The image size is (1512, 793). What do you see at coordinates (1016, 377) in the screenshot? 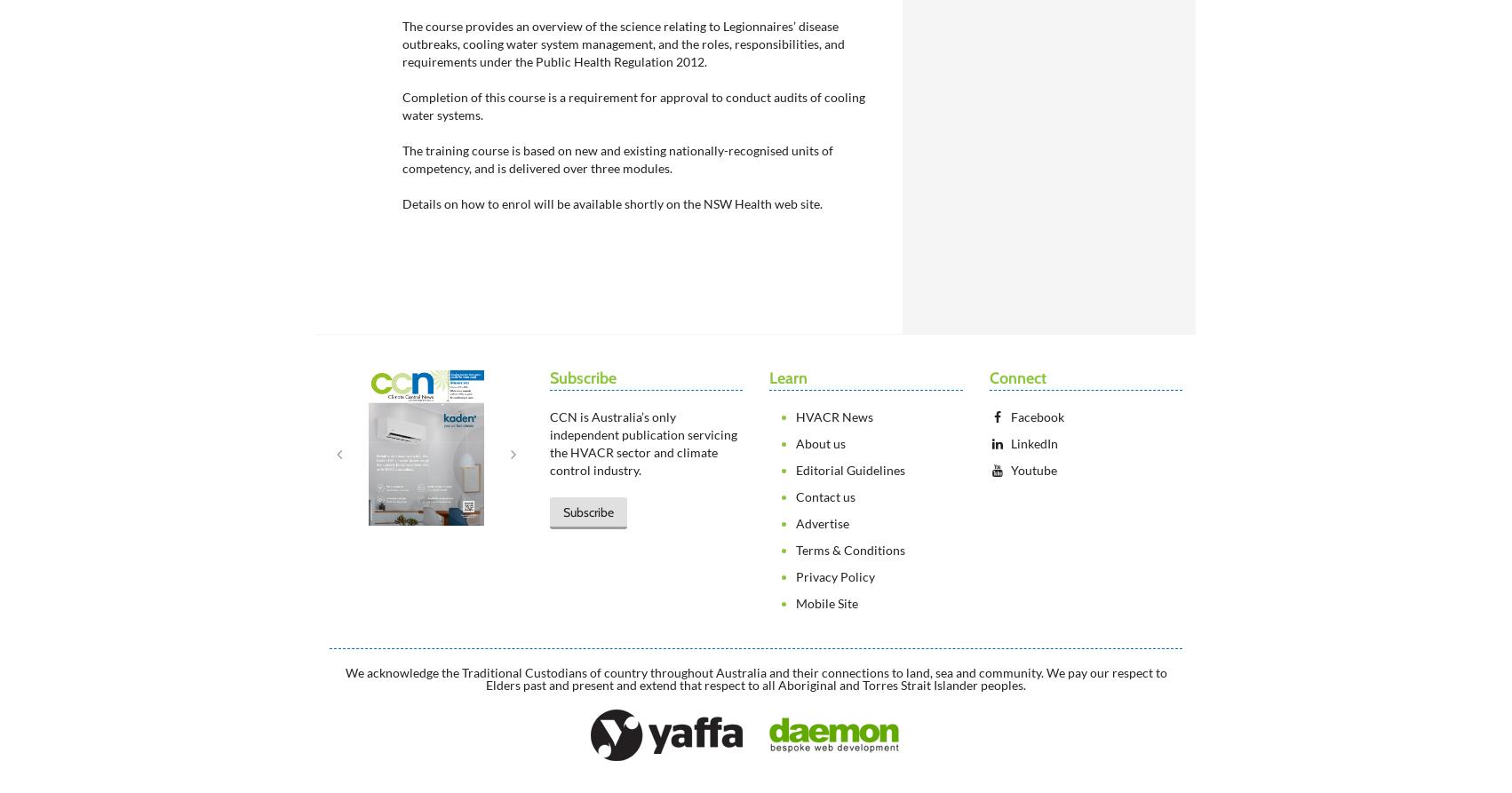
I see `'Connect'` at bounding box center [1016, 377].